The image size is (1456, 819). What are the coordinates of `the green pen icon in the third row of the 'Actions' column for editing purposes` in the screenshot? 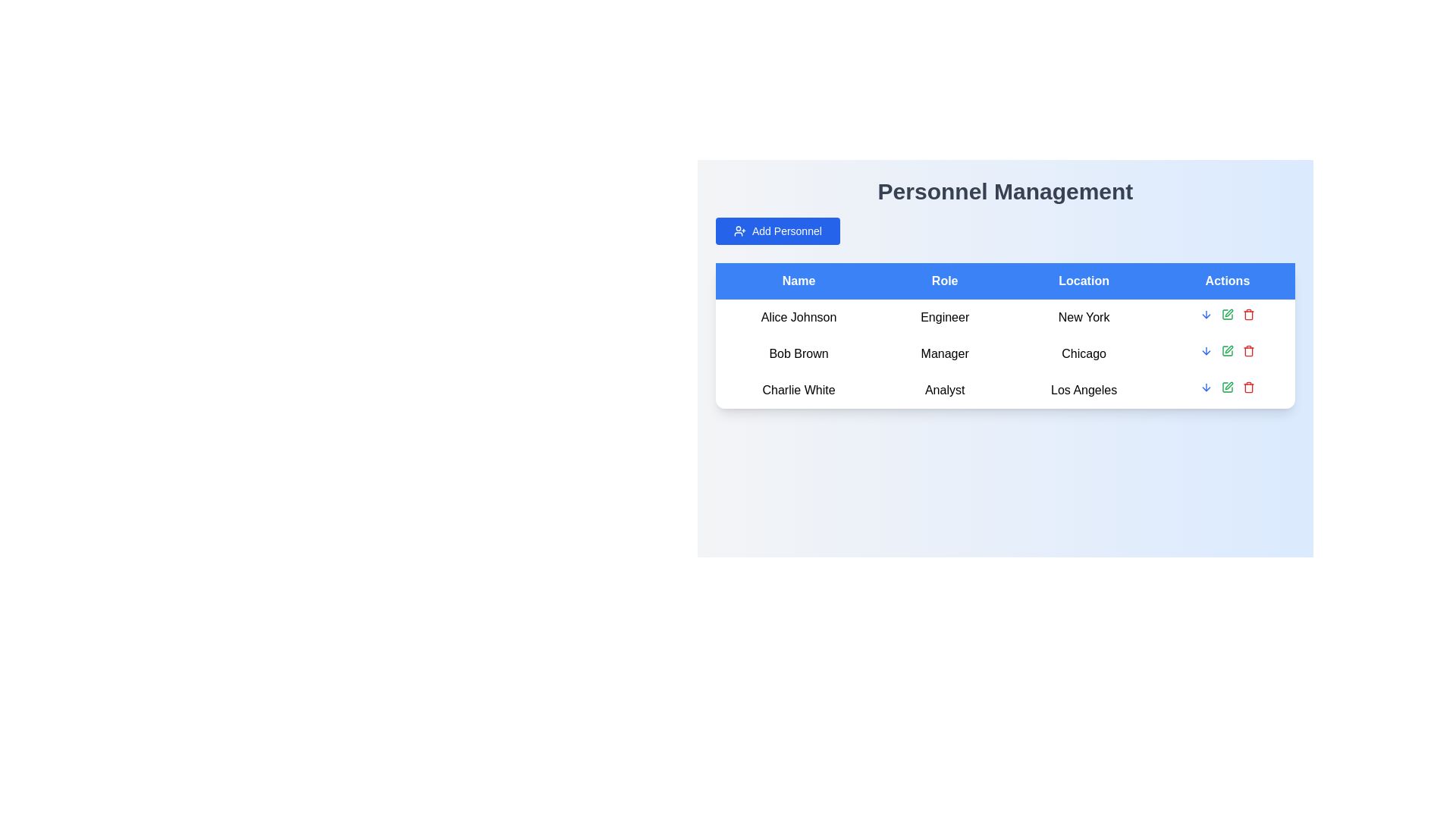 It's located at (1227, 386).